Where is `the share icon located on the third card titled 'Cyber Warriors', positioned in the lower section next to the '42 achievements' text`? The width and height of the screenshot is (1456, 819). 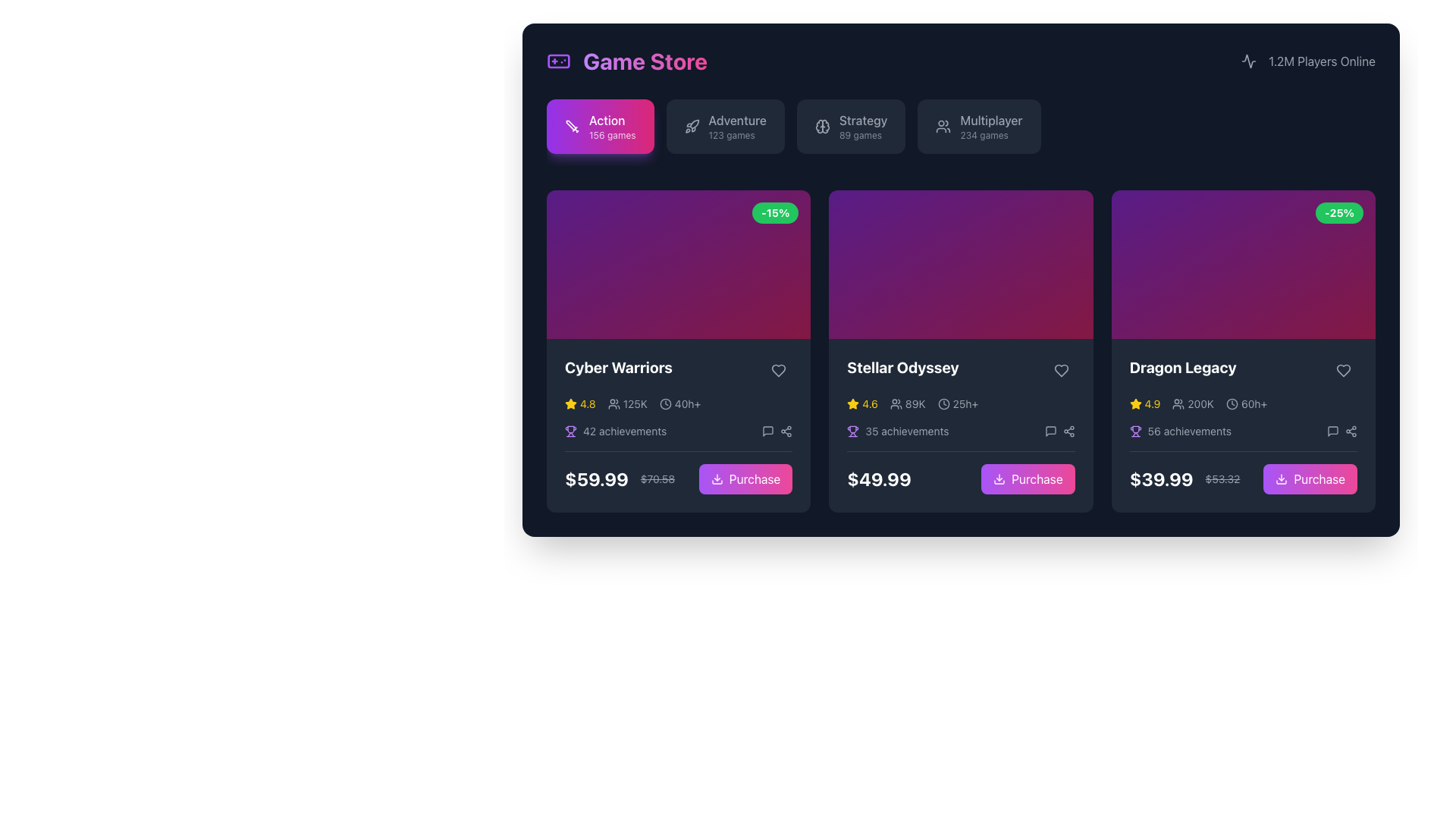
the share icon located on the third card titled 'Cyber Warriors', positioned in the lower section next to the '42 achievements' text is located at coordinates (777, 431).